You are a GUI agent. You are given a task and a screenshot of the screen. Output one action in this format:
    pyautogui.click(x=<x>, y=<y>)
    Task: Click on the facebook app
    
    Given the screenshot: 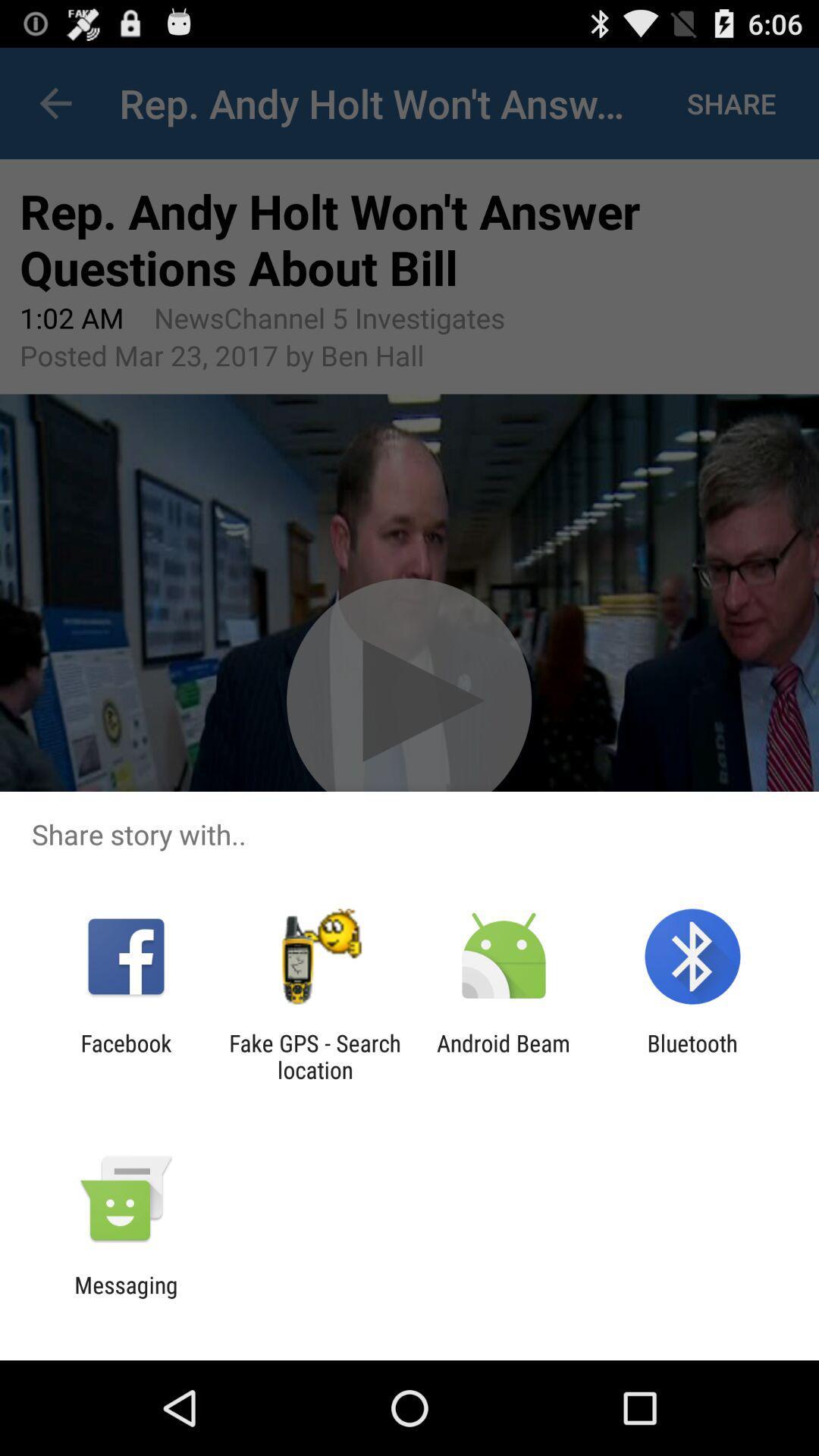 What is the action you would take?
    pyautogui.click(x=125, y=1056)
    